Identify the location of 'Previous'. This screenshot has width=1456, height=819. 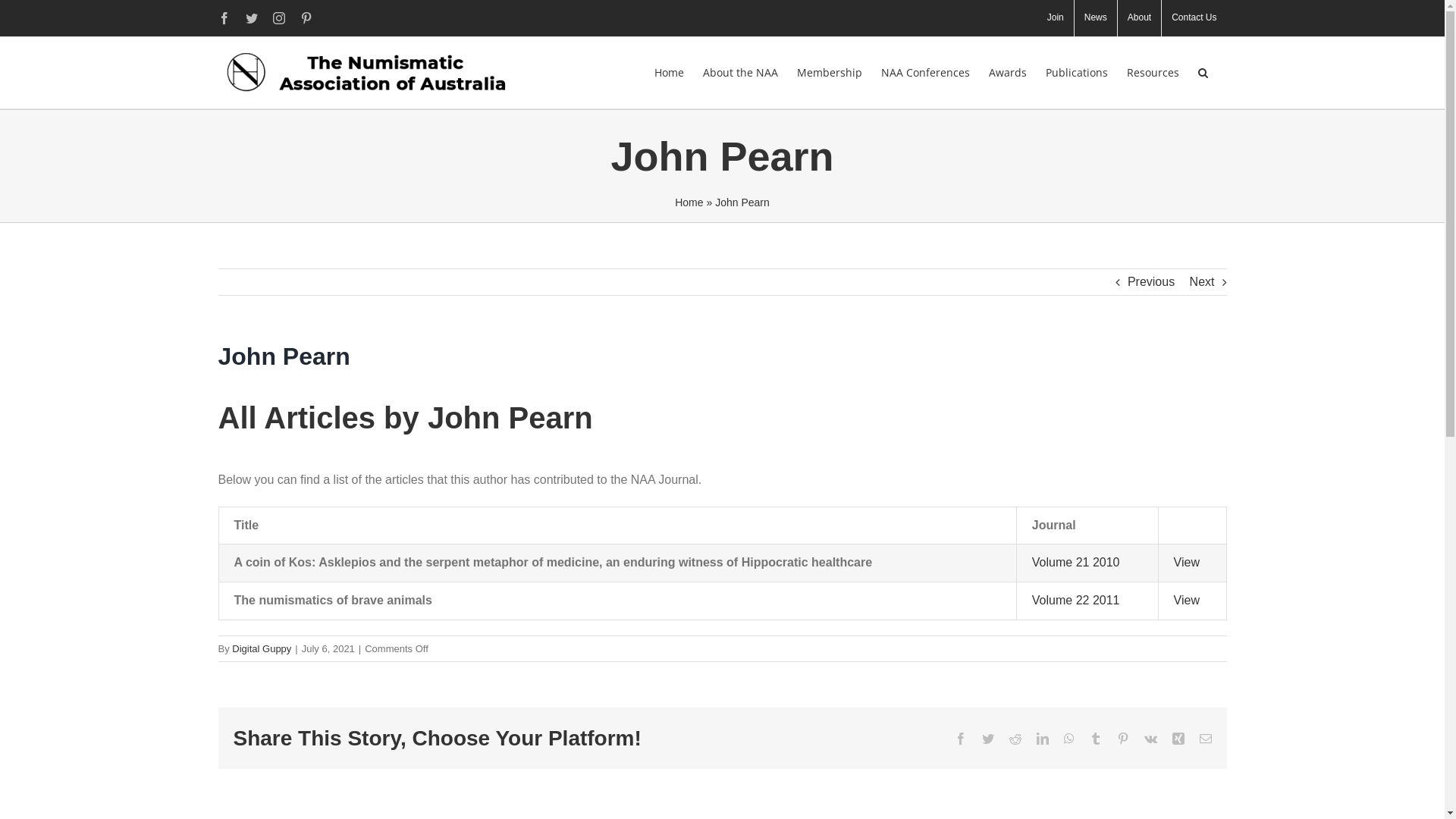
(1150, 281).